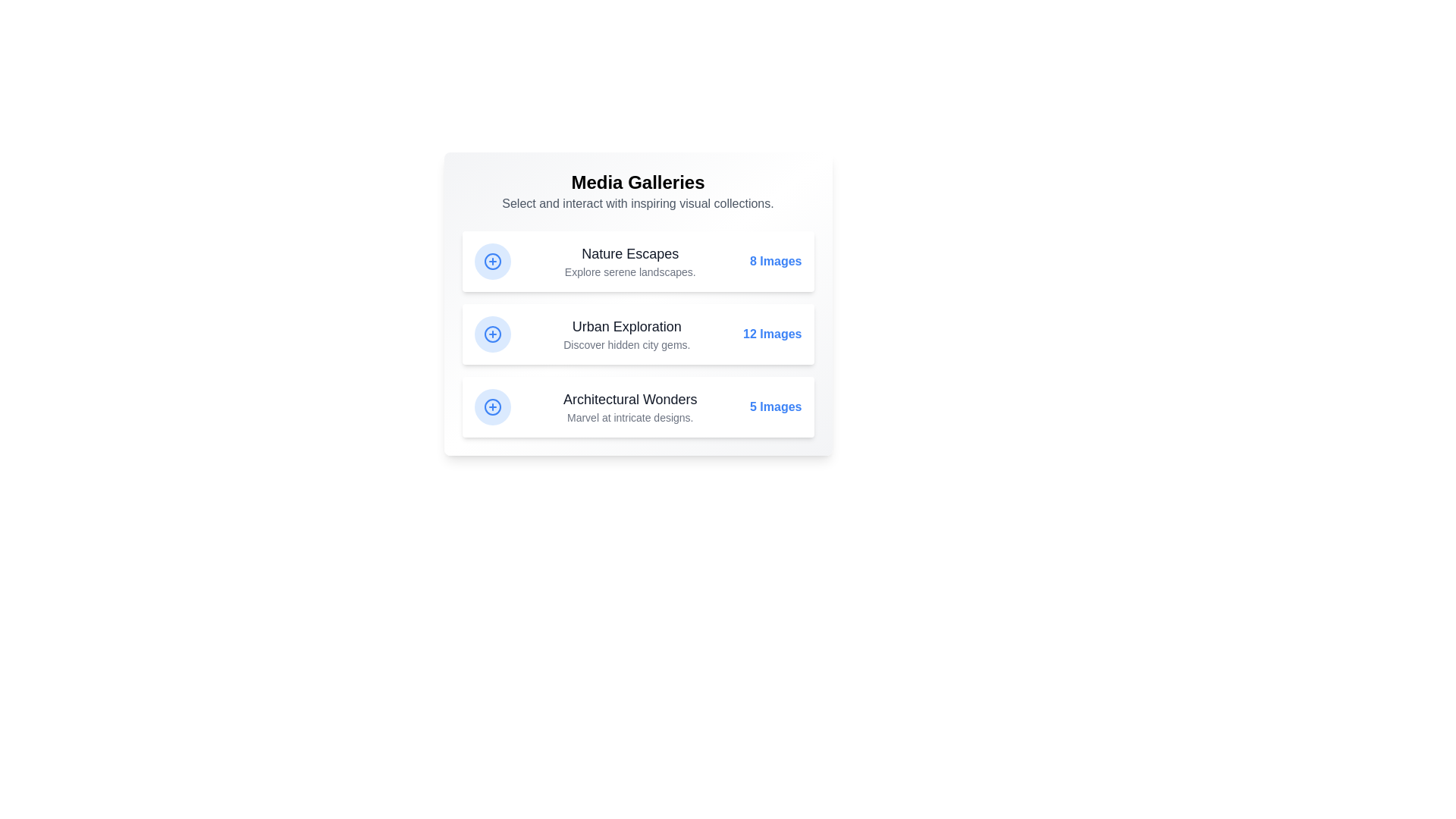 This screenshot has width=1456, height=819. Describe the element at coordinates (492, 406) in the screenshot. I see `plus icon for Architectural Wonders gallery details` at that location.